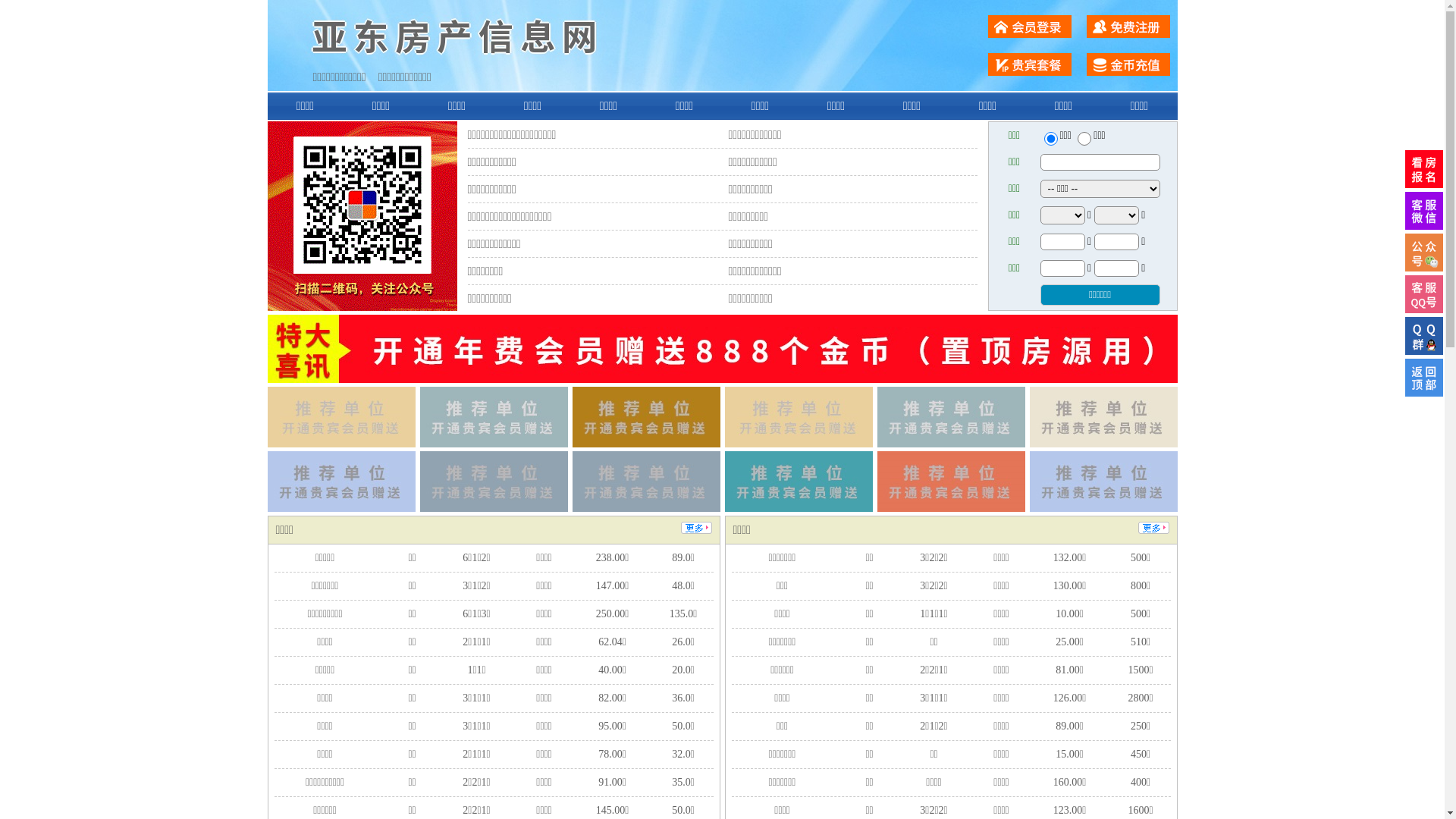 This screenshot has width=1456, height=819. What do you see at coordinates (1084, 138) in the screenshot?
I see `'chuzu'` at bounding box center [1084, 138].